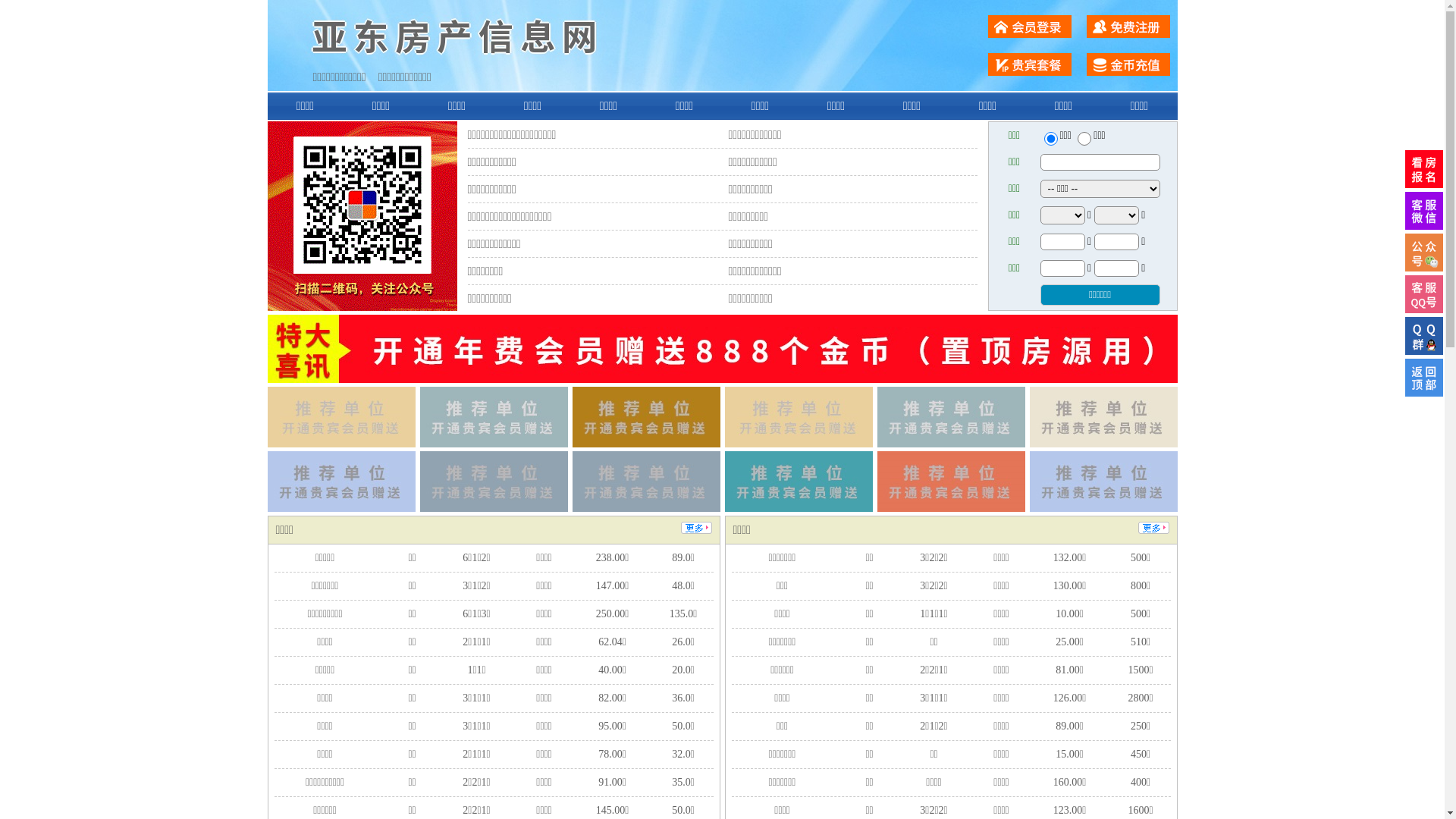 This screenshot has width=1456, height=819. What do you see at coordinates (1084, 138) in the screenshot?
I see `'chuzu'` at bounding box center [1084, 138].